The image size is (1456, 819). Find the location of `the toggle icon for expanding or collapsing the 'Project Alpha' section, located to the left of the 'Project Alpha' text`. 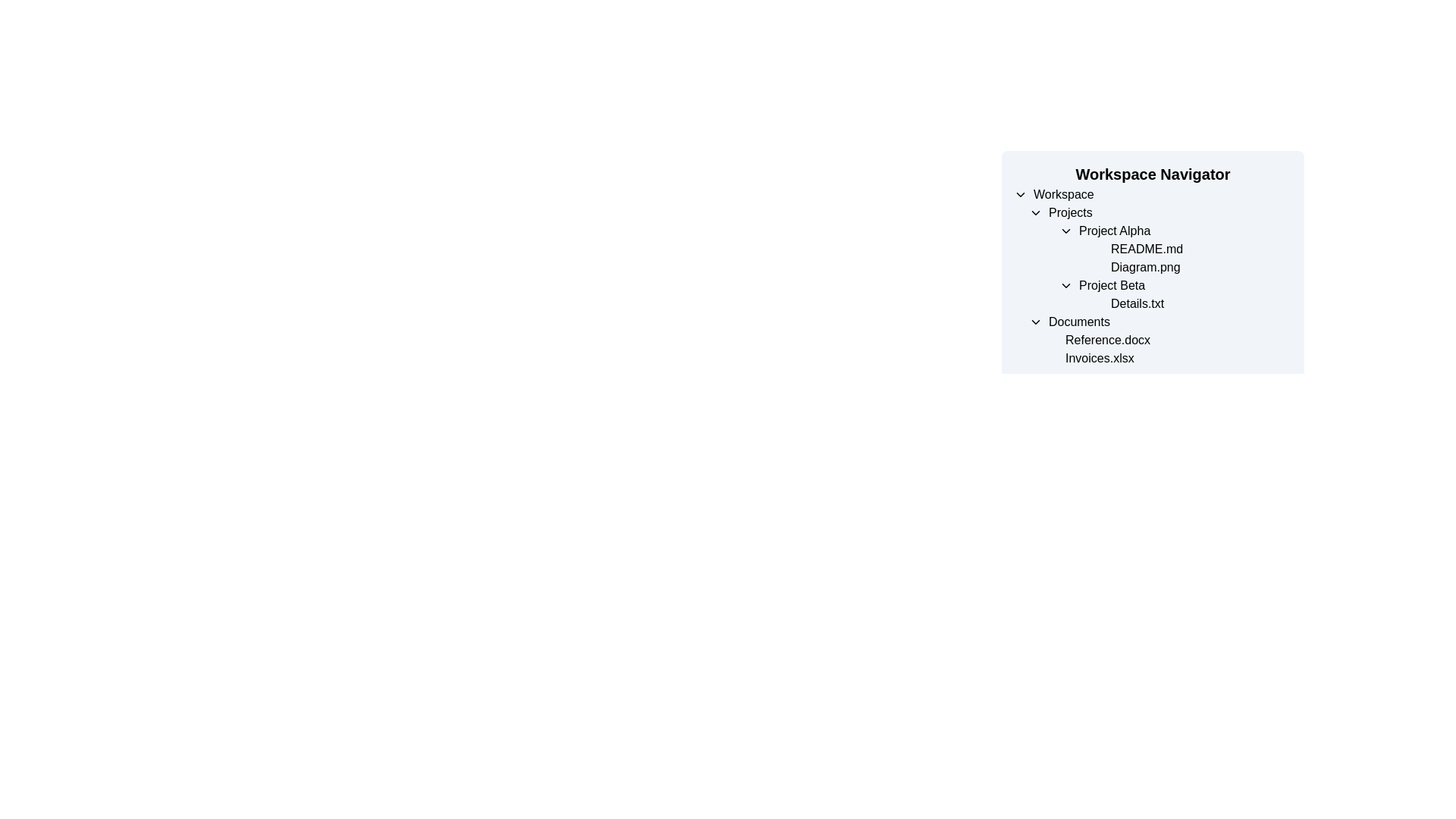

the toggle icon for expanding or collapsing the 'Project Alpha' section, located to the left of the 'Project Alpha' text is located at coordinates (1065, 231).